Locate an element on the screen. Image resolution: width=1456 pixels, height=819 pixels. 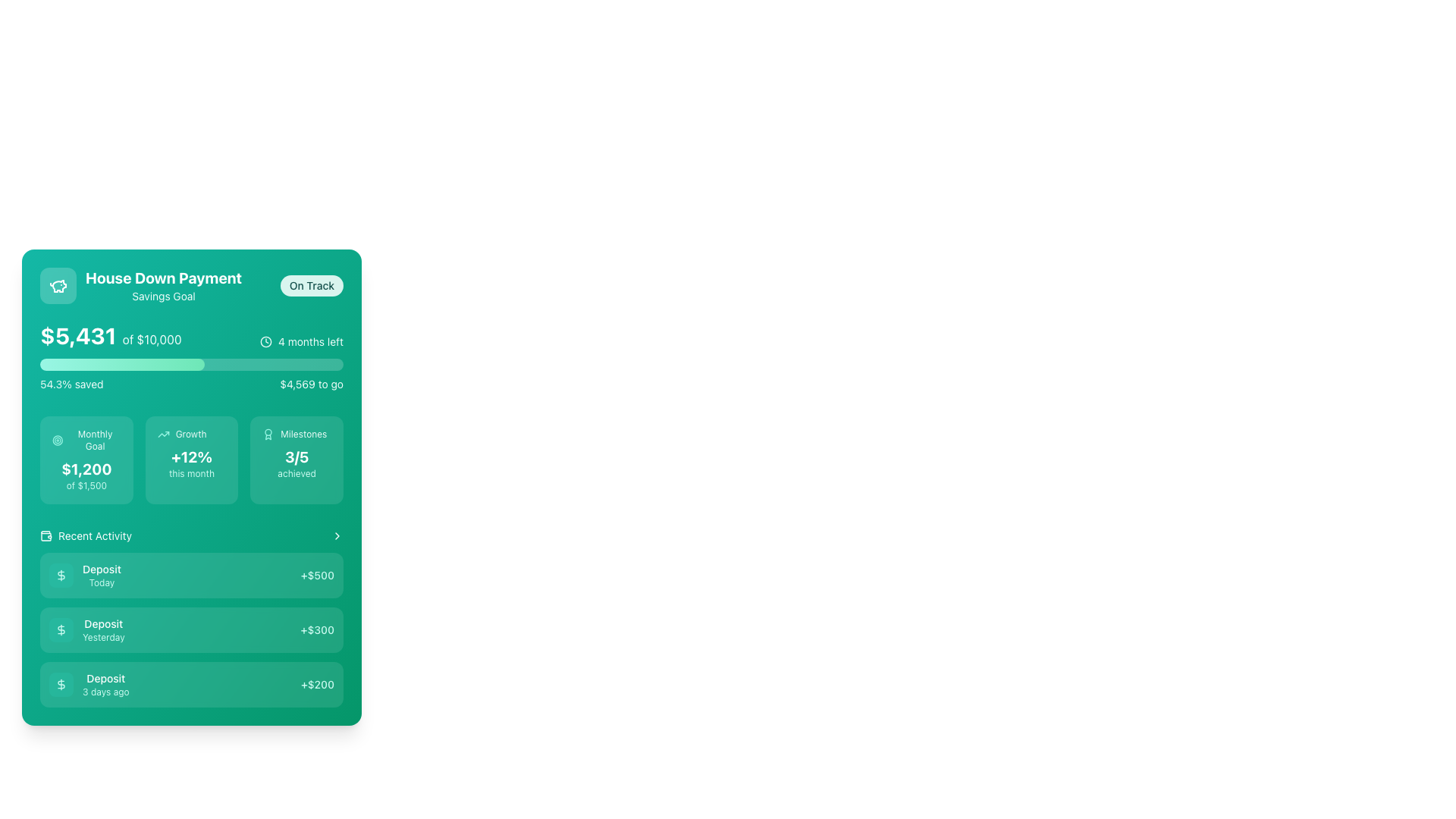
the informational text label located at the bottom right section of the main card layout, which provides context for the milestone-related statistics is located at coordinates (303, 435).